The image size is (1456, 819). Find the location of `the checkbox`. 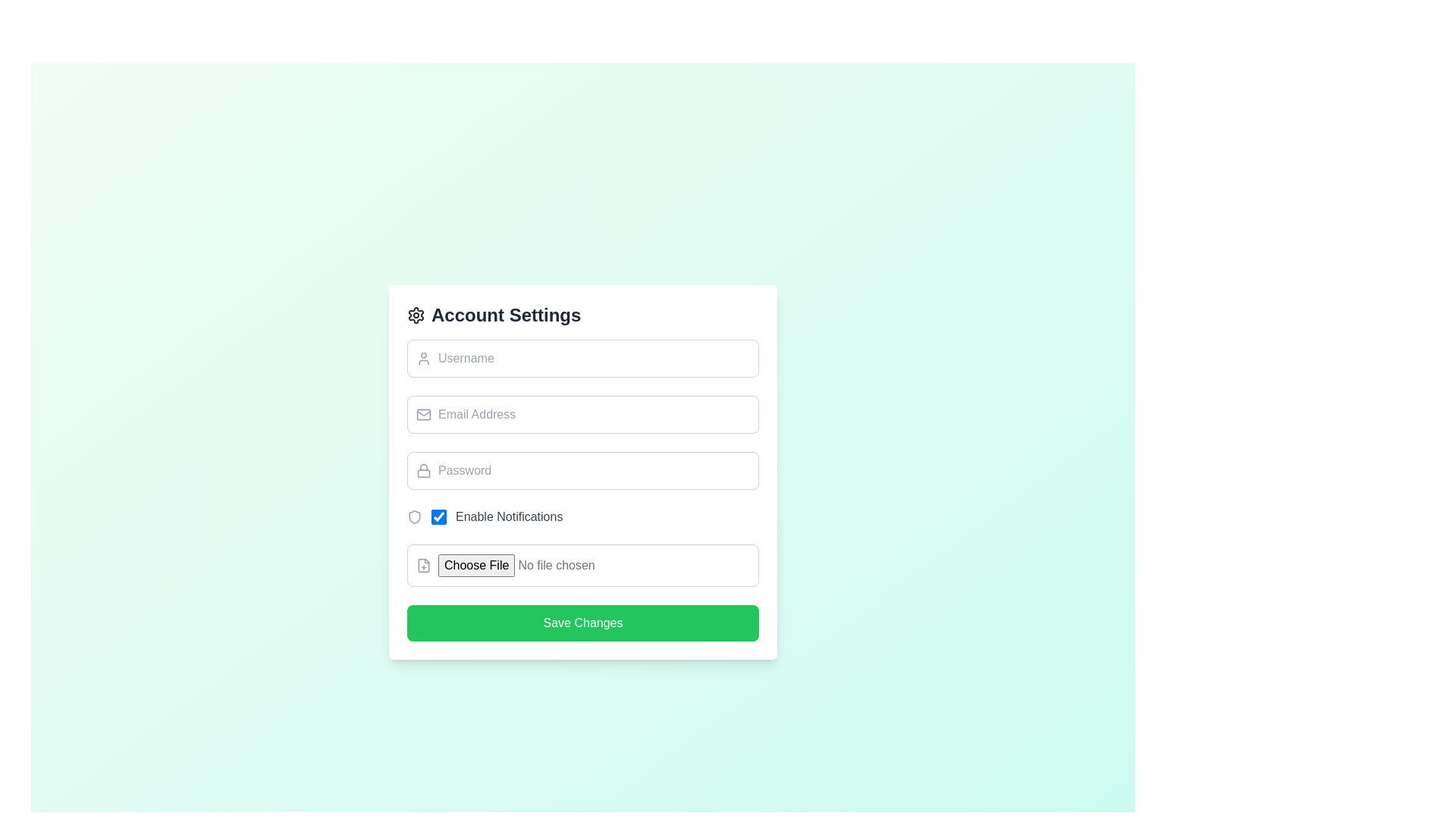

the checkbox is located at coordinates (438, 516).